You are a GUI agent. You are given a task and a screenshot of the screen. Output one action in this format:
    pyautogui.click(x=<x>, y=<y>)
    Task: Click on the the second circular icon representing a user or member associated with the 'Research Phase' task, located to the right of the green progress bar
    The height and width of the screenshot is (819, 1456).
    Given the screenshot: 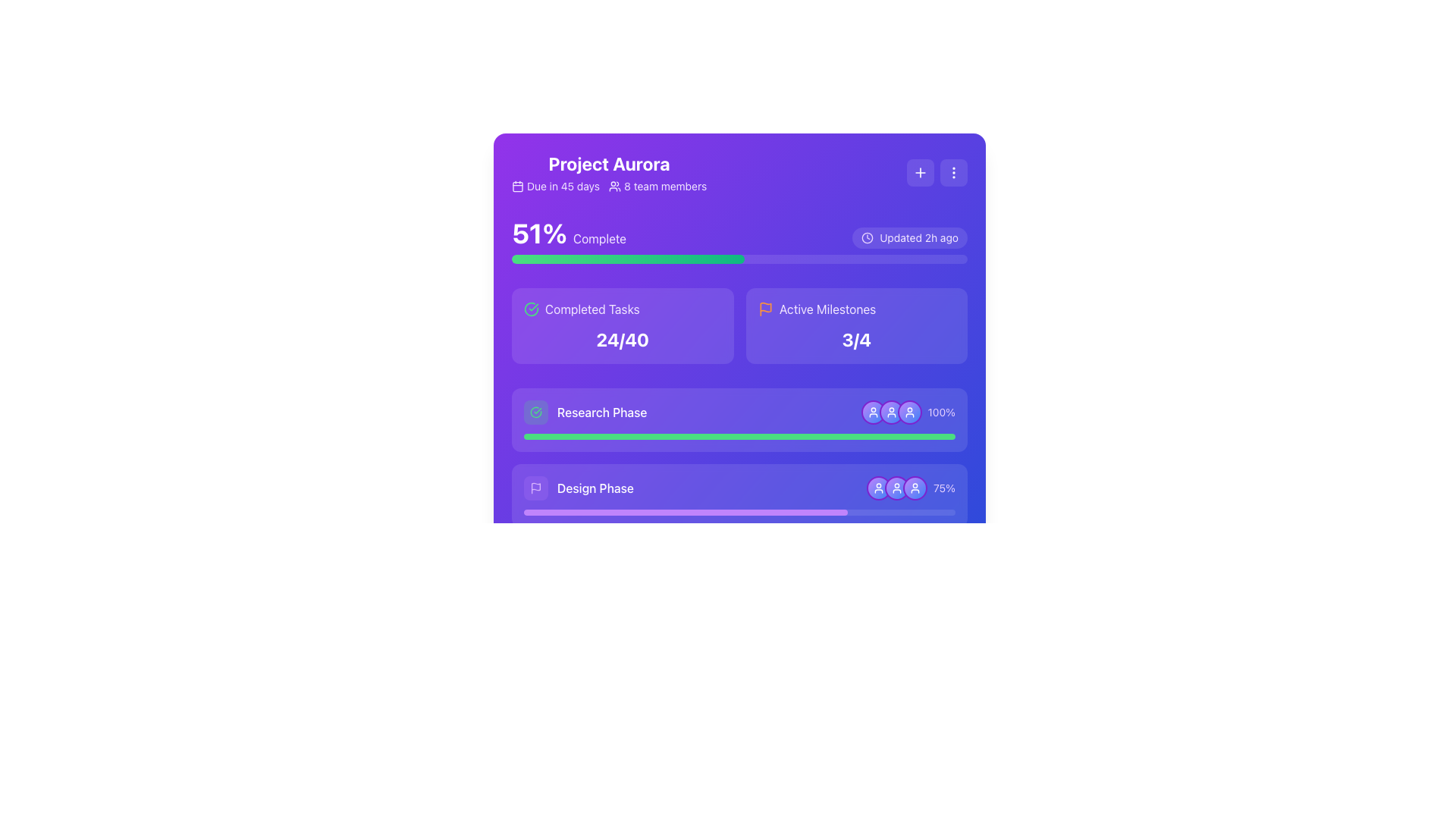 What is the action you would take?
    pyautogui.click(x=891, y=412)
    